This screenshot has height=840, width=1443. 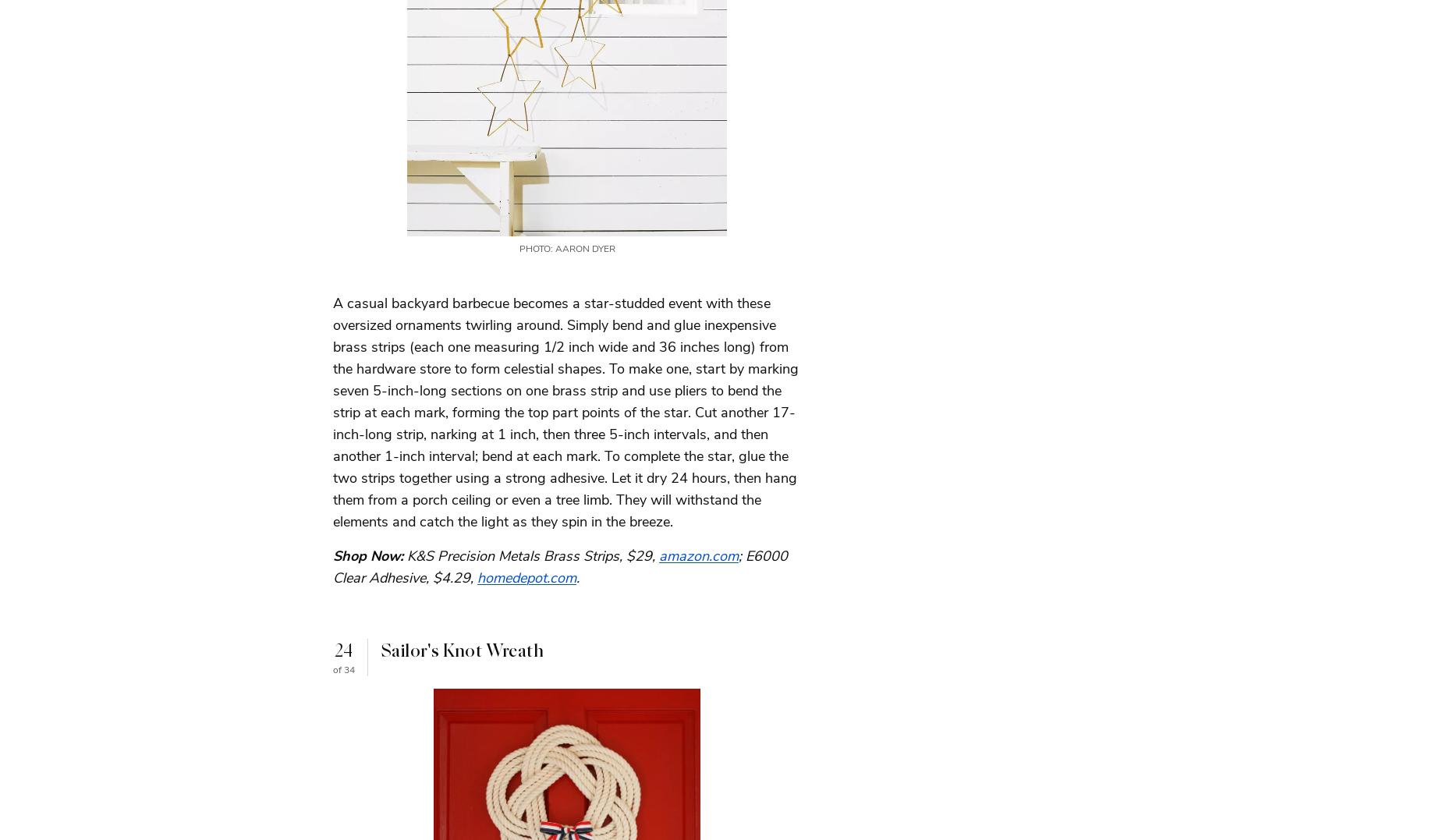 What do you see at coordinates (584, 248) in the screenshot?
I see `'Aaron Dyer'` at bounding box center [584, 248].